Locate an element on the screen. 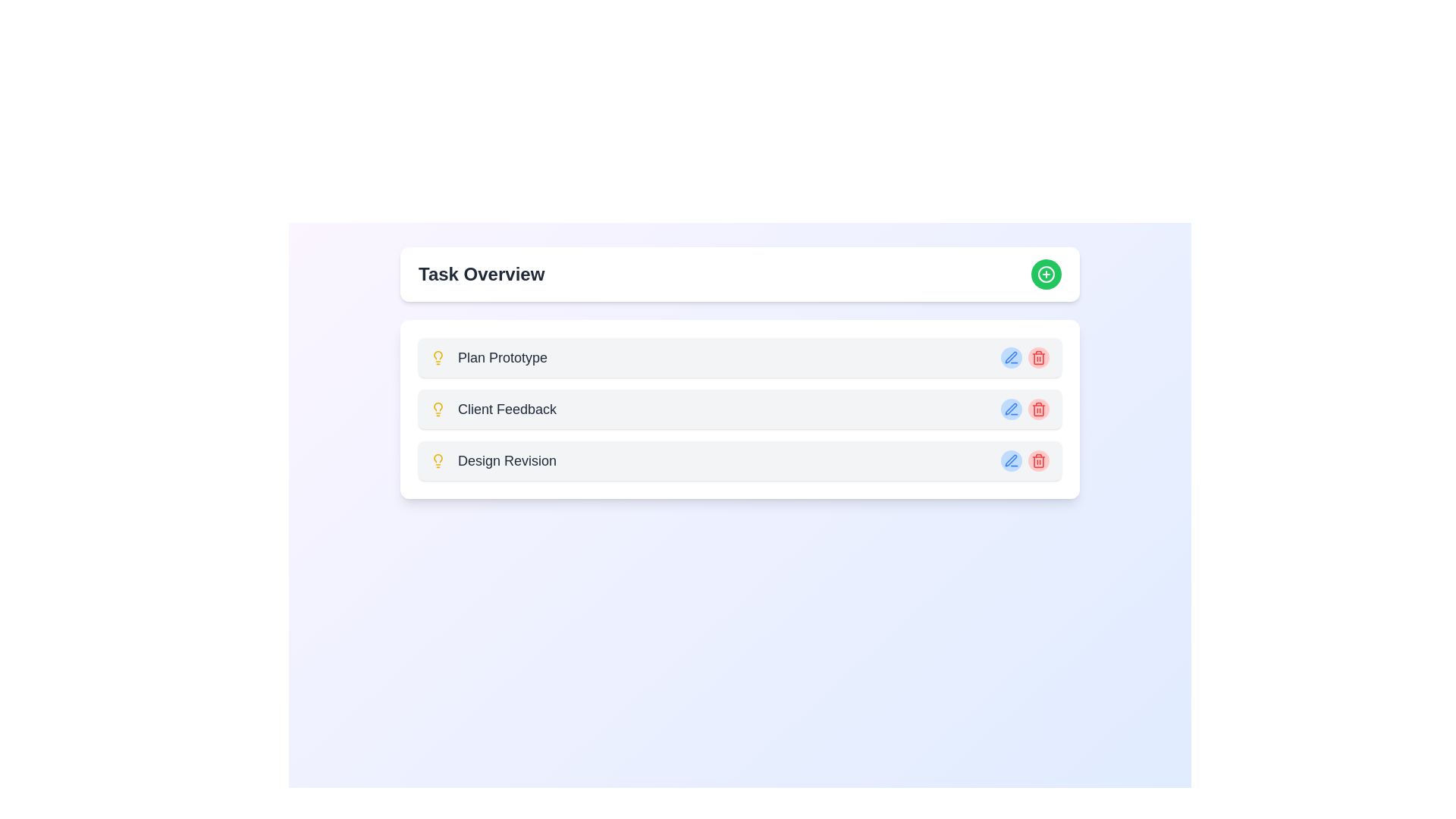 The height and width of the screenshot is (819, 1456). the vertical element of the red trash can icon located towards the middle-right, slightly inward is located at coordinates (1037, 409).